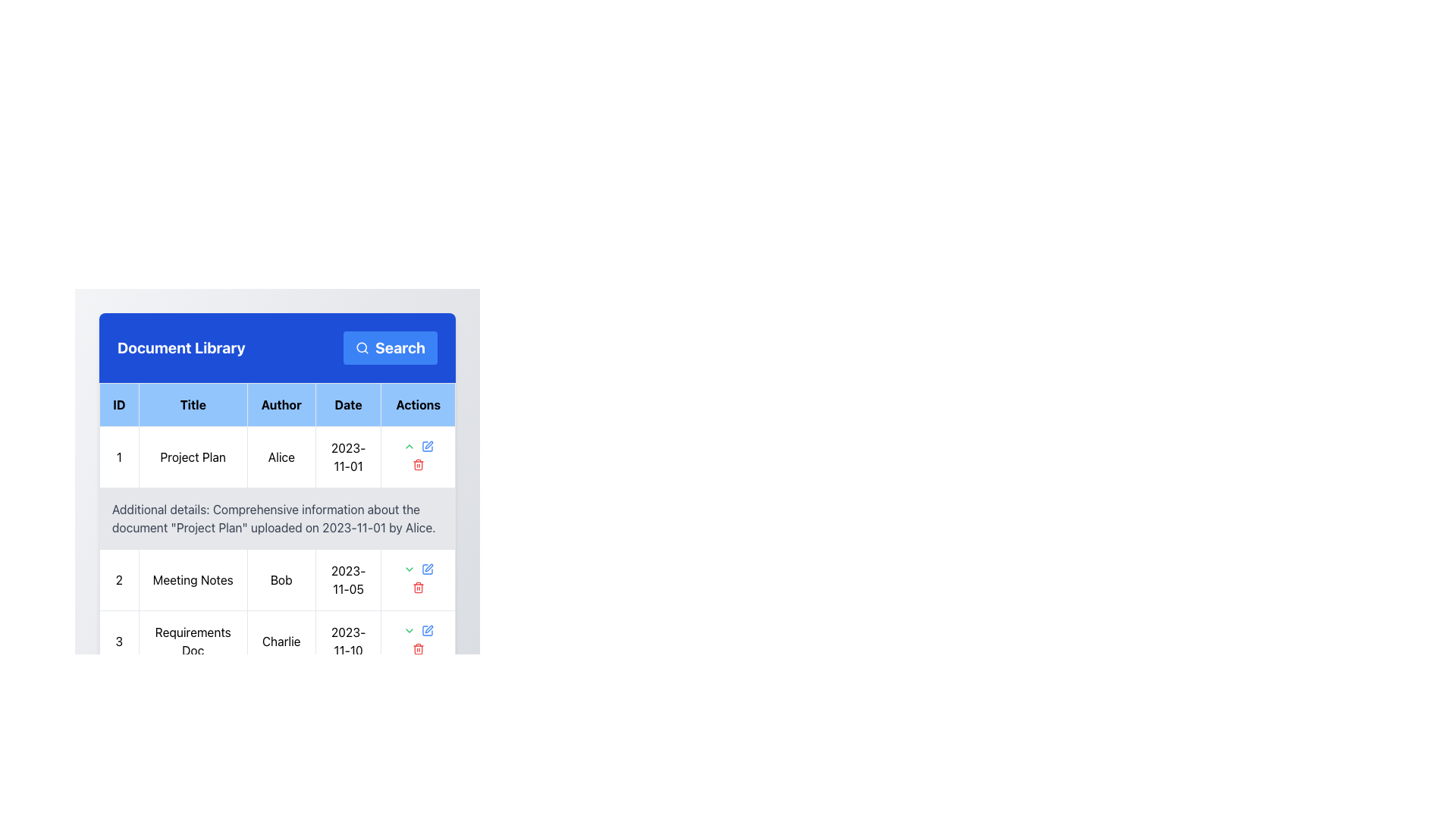 The height and width of the screenshot is (819, 1456). Describe the element at coordinates (118, 579) in the screenshot. I see `the content of the ID cell in the second row of the table that contains 'Meeting Notes' if it is enabled` at that location.